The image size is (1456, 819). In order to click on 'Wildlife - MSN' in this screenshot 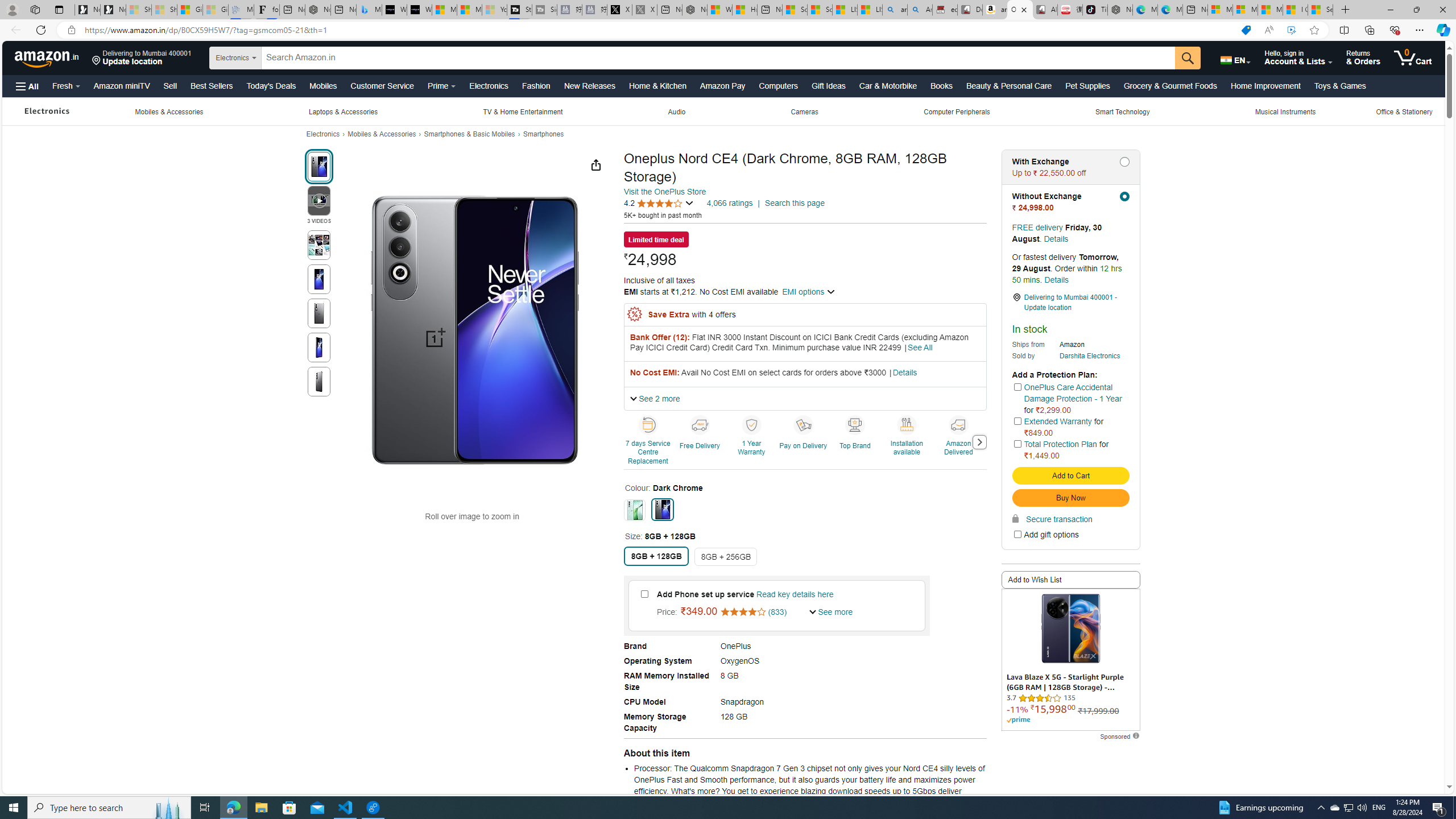, I will do `click(718, 9)`.